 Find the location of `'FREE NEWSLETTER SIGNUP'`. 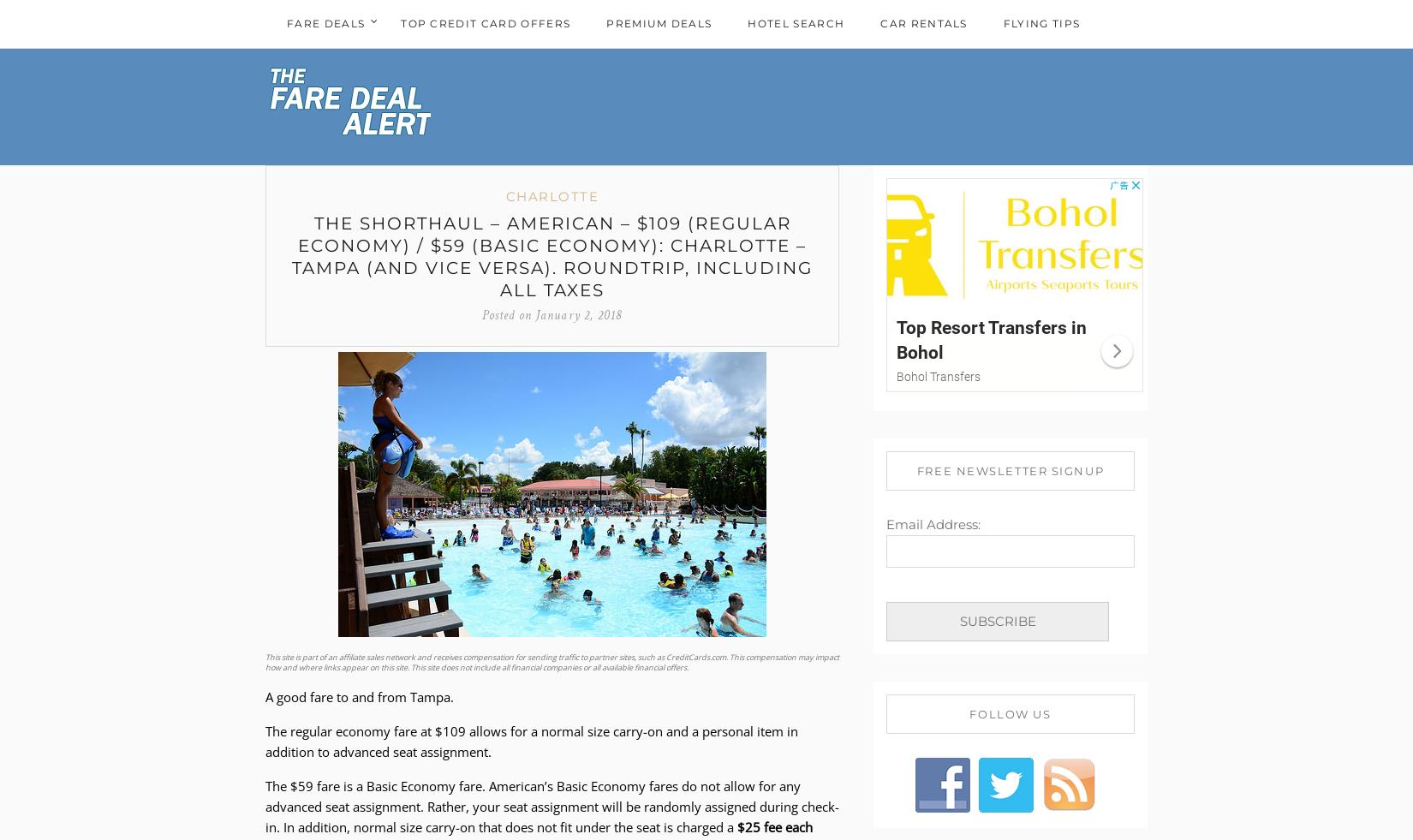

'FREE NEWSLETTER SIGNUP' is located at coordinates (1010, 469).